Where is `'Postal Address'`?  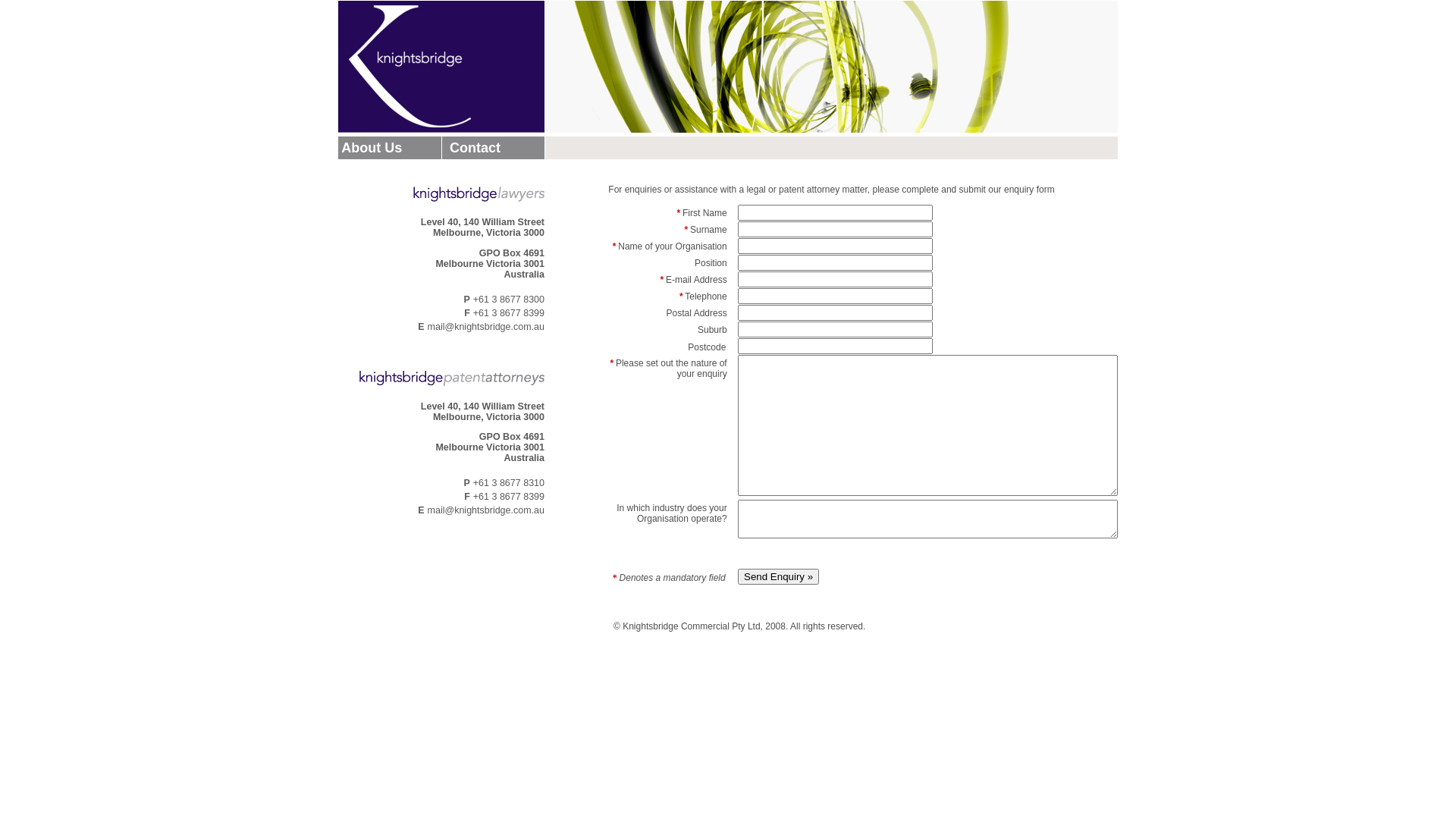 'Postal Address' is located at coordinates (834, 328).